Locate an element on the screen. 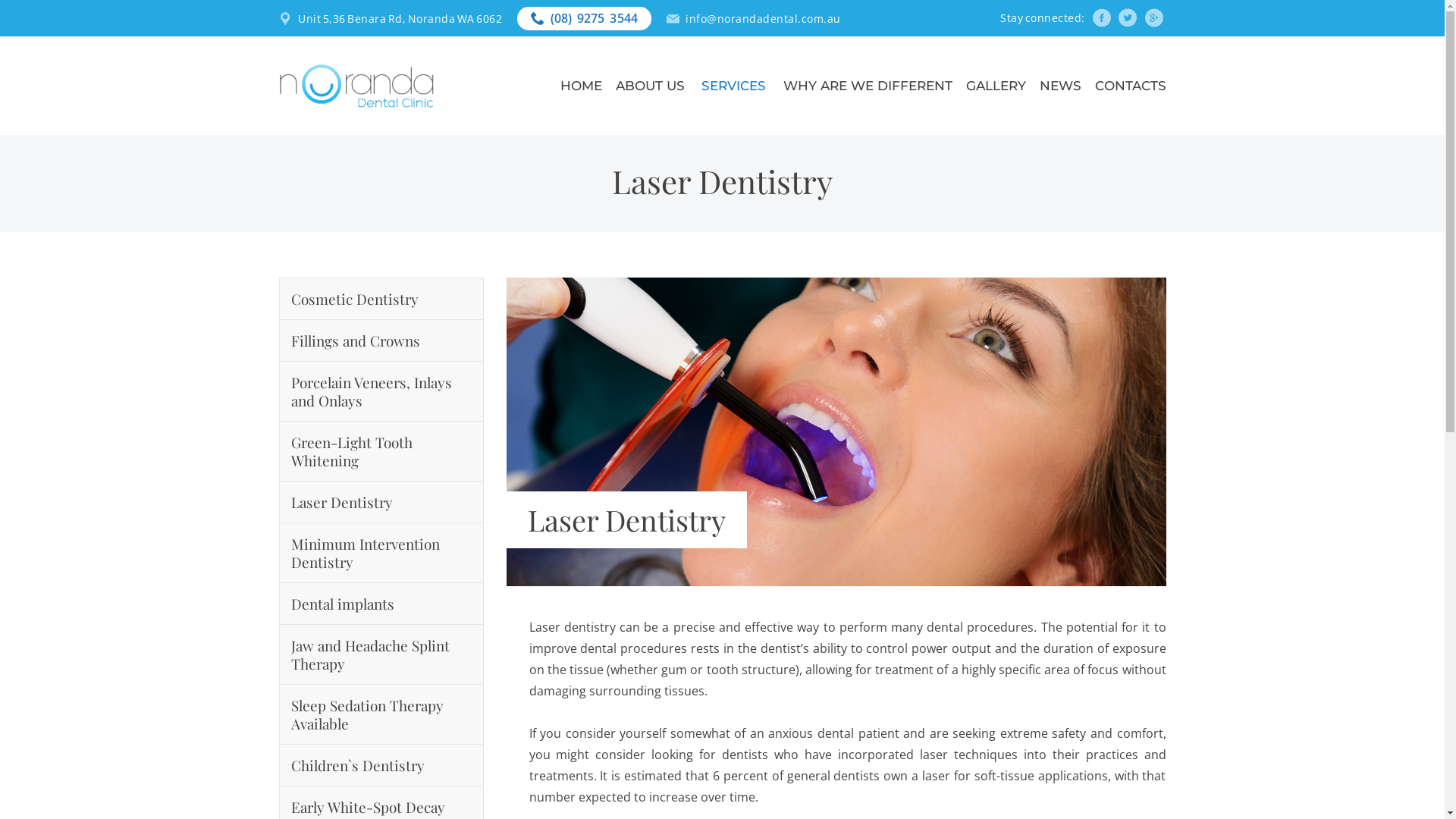 This screenshot has height=819, width=1456. 'Children`s Dentistry' is located at coordinates (381, 765).